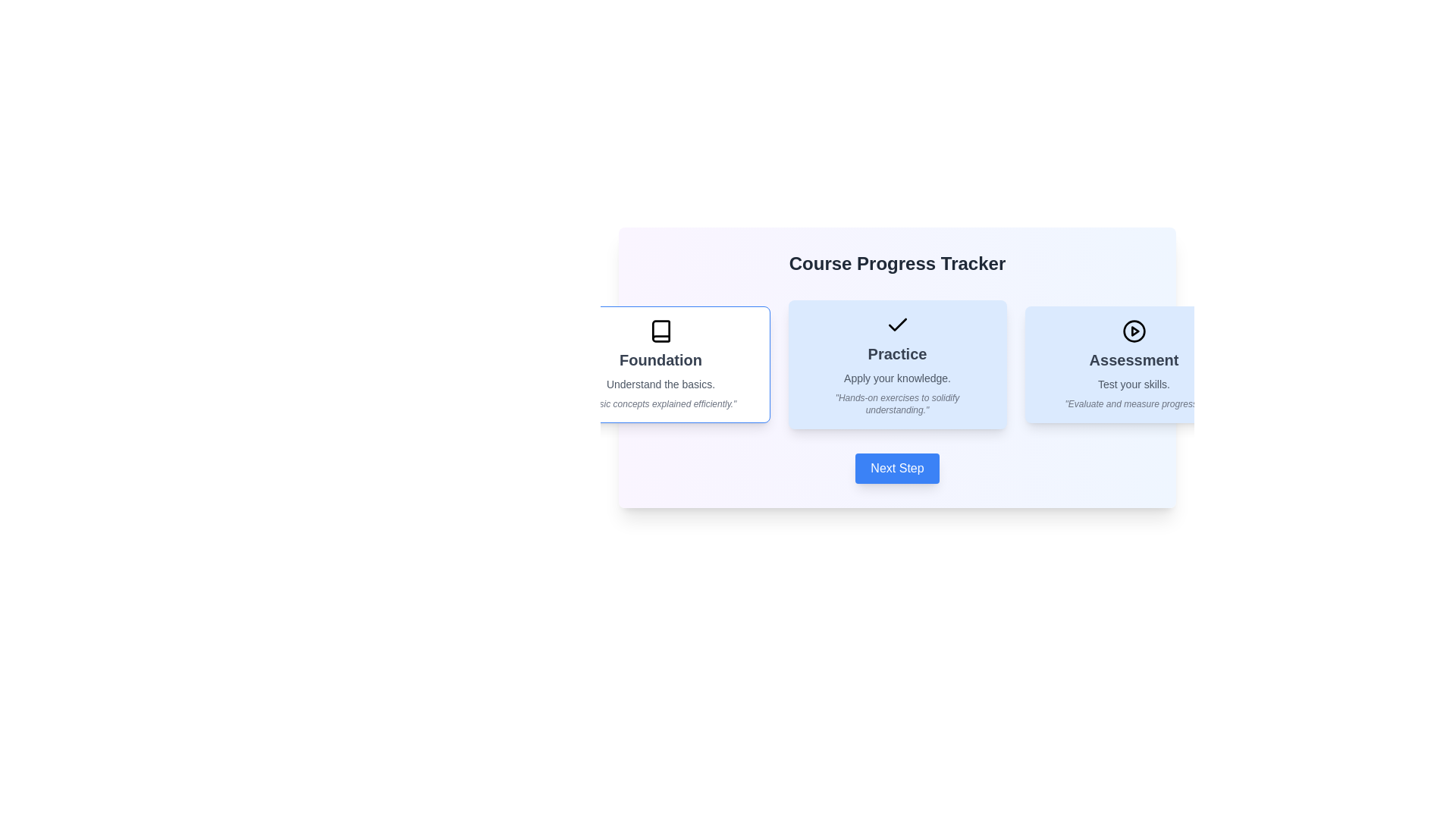 This screenshot has height=819, width=1456. Describe the element at coordinates (661, 365) in the screenshot. I see `the Informational Card titled 'Foundation' which contains a book icon, dark gray bold heading, lighter gray subheading, and an italicized description at the bottom` at that location.